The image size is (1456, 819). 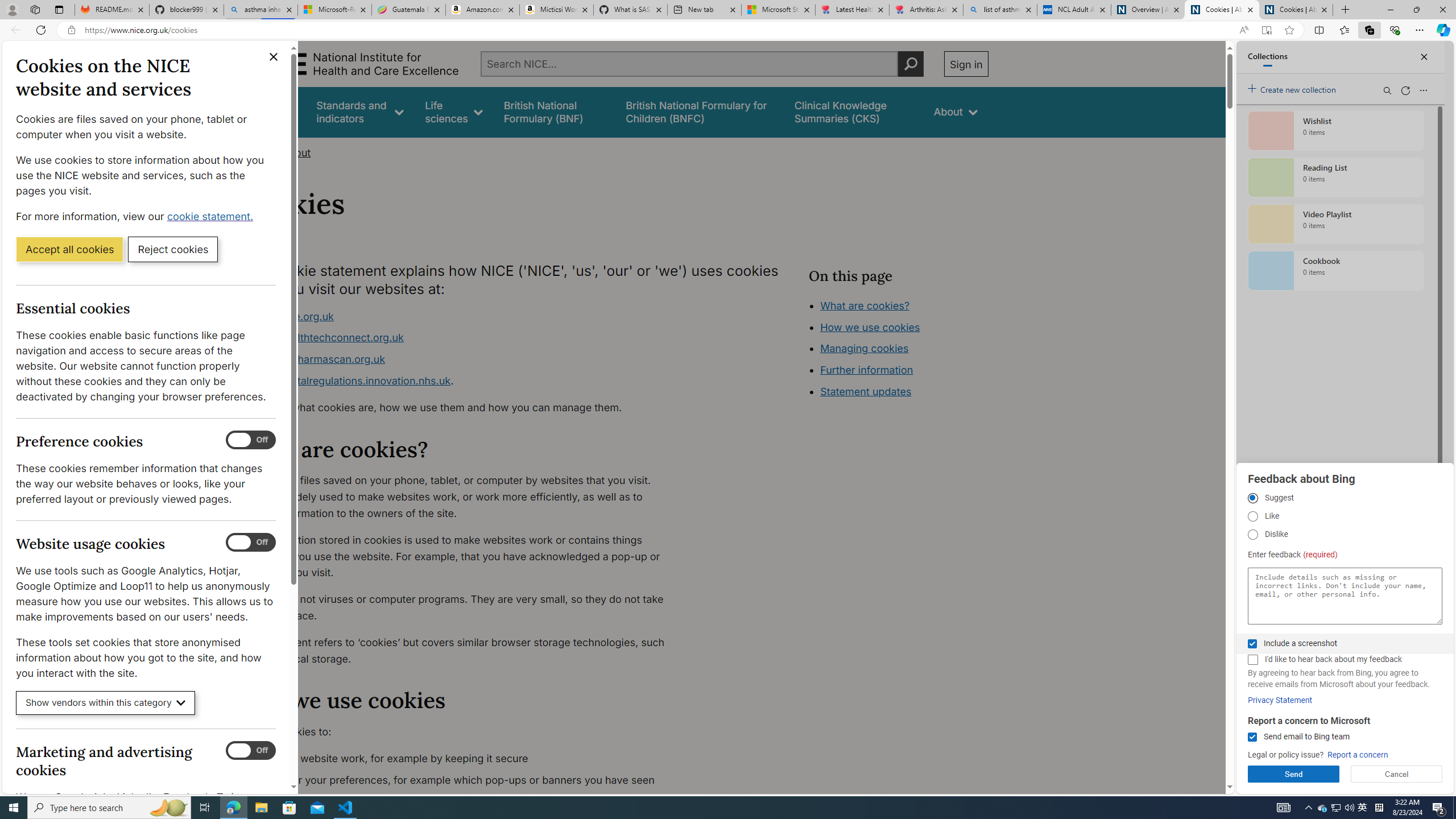 What do you see at coordinates (1293, 773) in the screenshot?
I see `'Send'` at bounding box center [1293, 773].